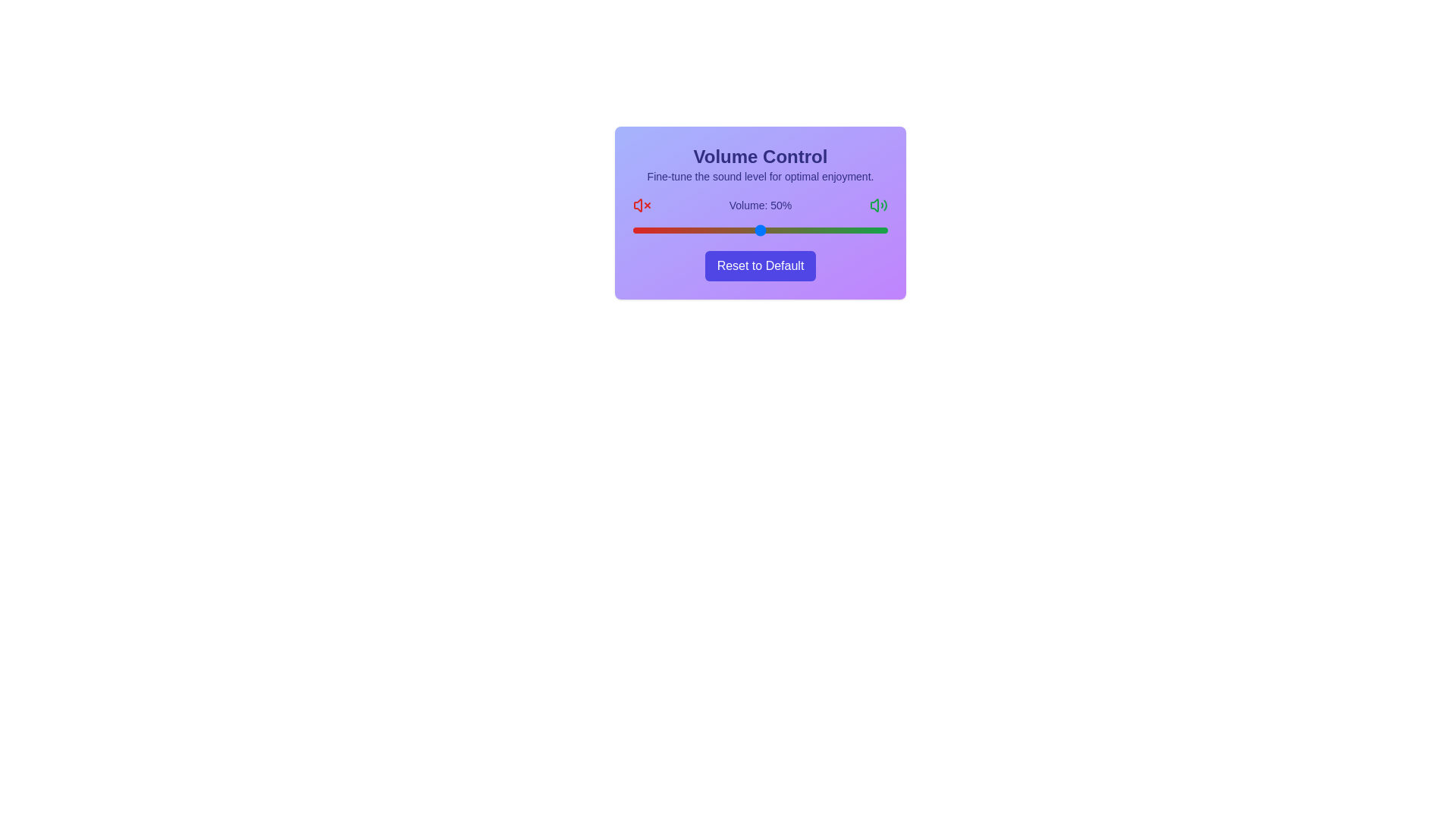 The height and width of the screenshot is (819, 1456). I want to click on the volume slider to set the volume to 95%, so click(875, 231).